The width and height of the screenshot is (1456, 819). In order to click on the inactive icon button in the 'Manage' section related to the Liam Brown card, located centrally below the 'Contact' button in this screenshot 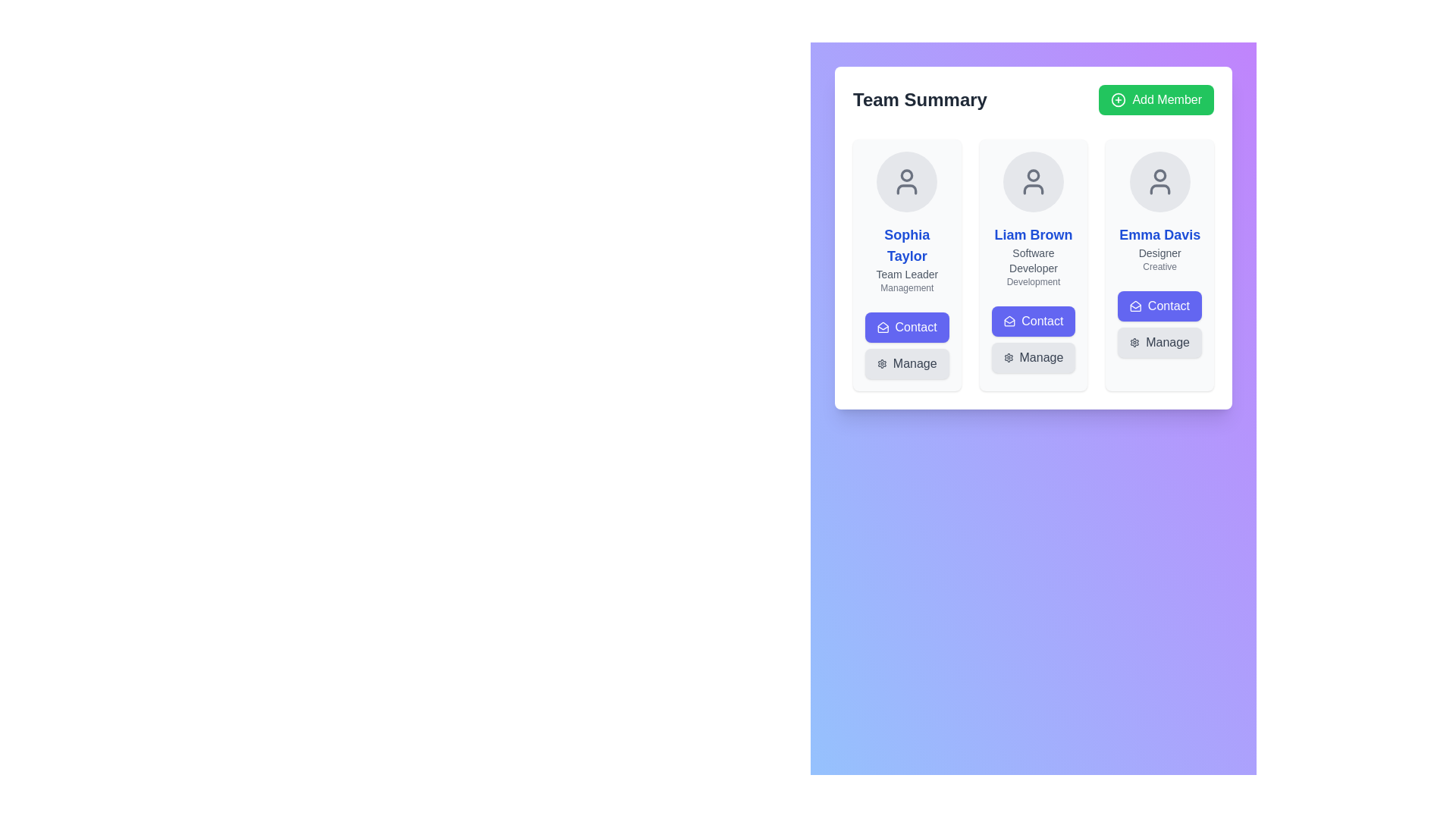, I will do `click(1008, 357)`.